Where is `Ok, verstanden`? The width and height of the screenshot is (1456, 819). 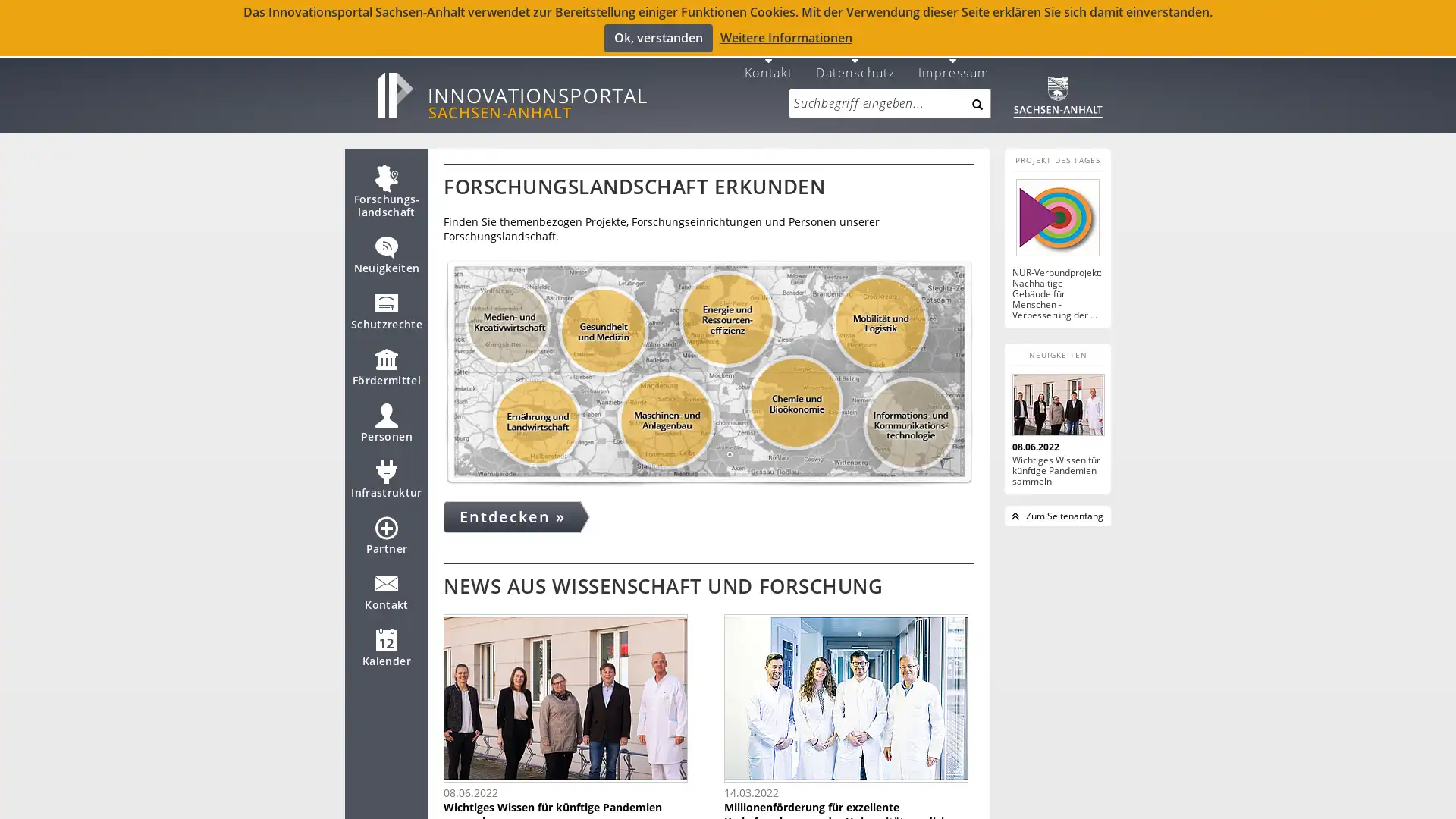
Ok, verstanden is located at coordinates (657, 37).